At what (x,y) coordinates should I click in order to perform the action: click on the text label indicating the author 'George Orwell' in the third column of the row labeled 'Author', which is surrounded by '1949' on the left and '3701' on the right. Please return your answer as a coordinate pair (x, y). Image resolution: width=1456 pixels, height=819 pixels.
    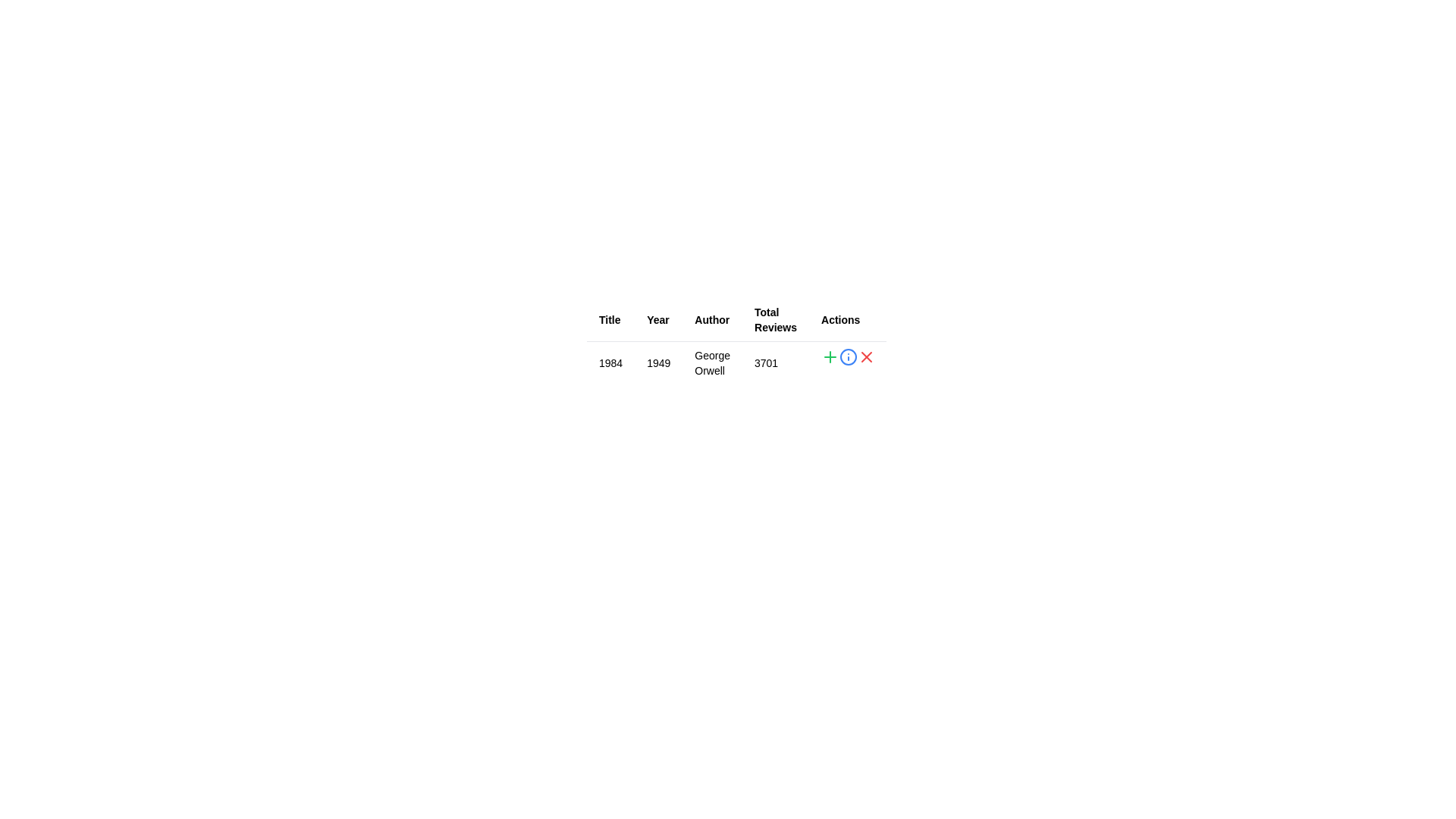
    Looking at the image, I should click on (711, 362).